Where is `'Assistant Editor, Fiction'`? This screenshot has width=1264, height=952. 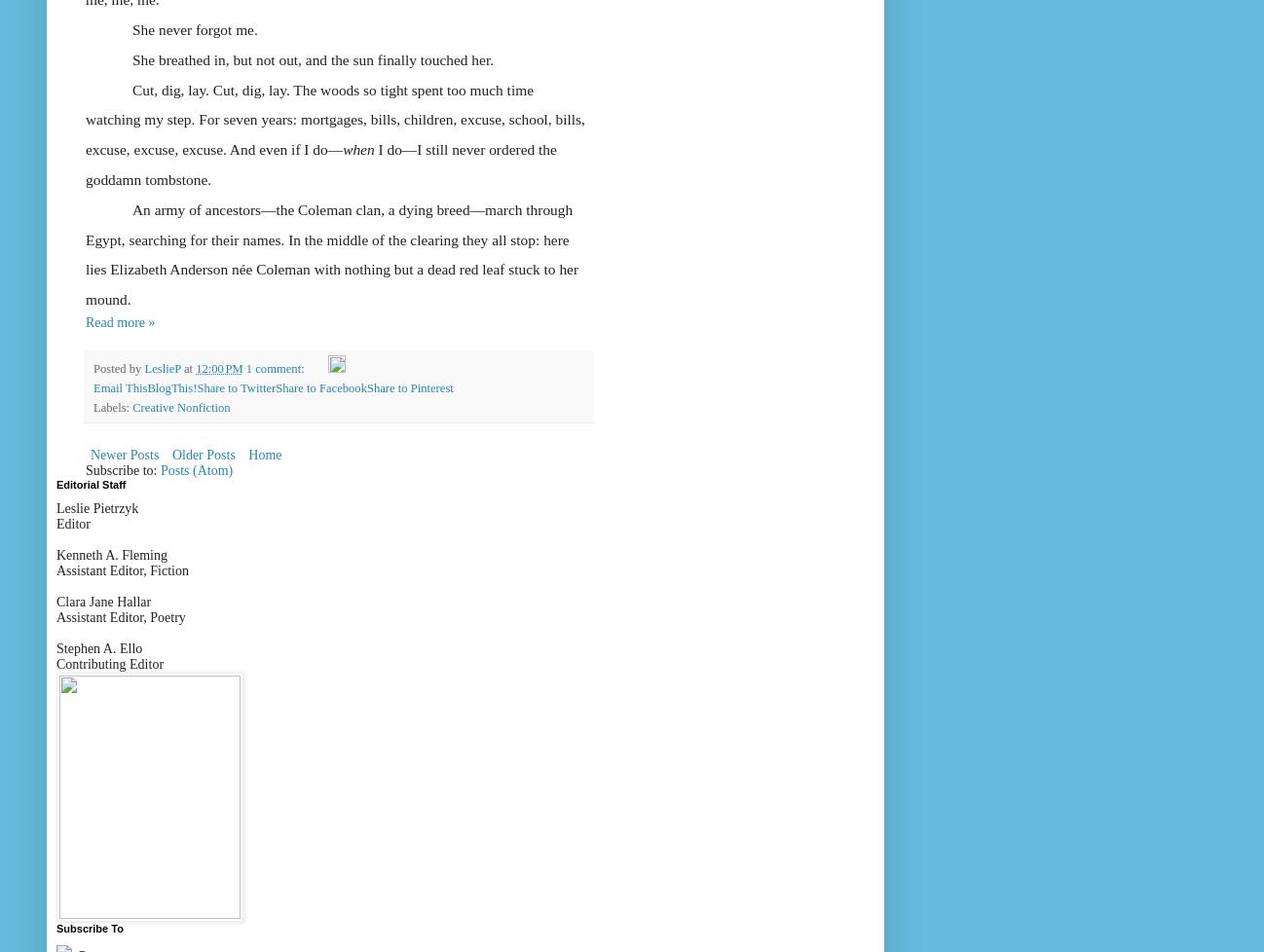 'Assistant Editor, Fiction' is located at coordinates (122, 570).